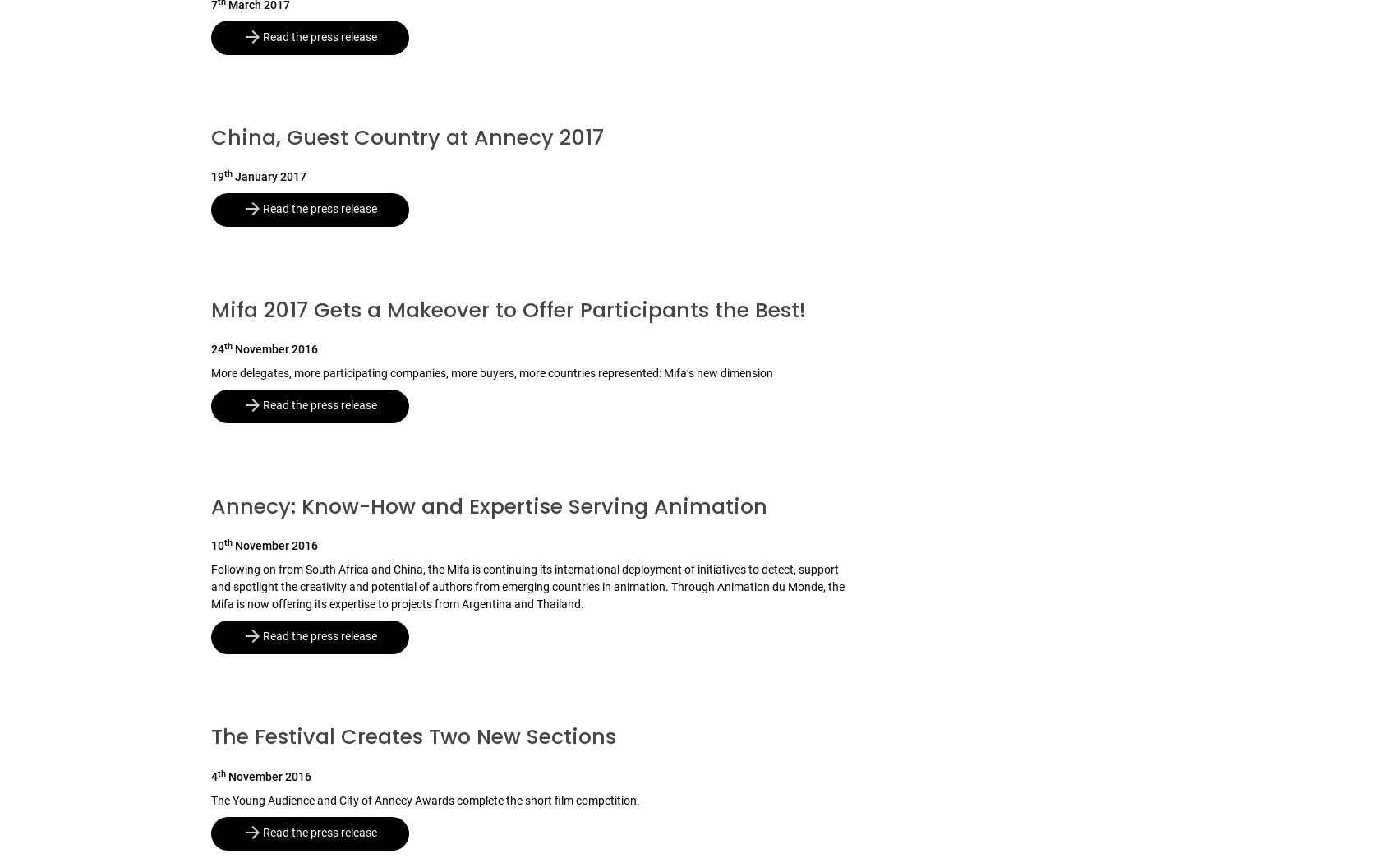 The width and height of the screenshot is (1400, 863). I want to click on '4', so click(214, 774).